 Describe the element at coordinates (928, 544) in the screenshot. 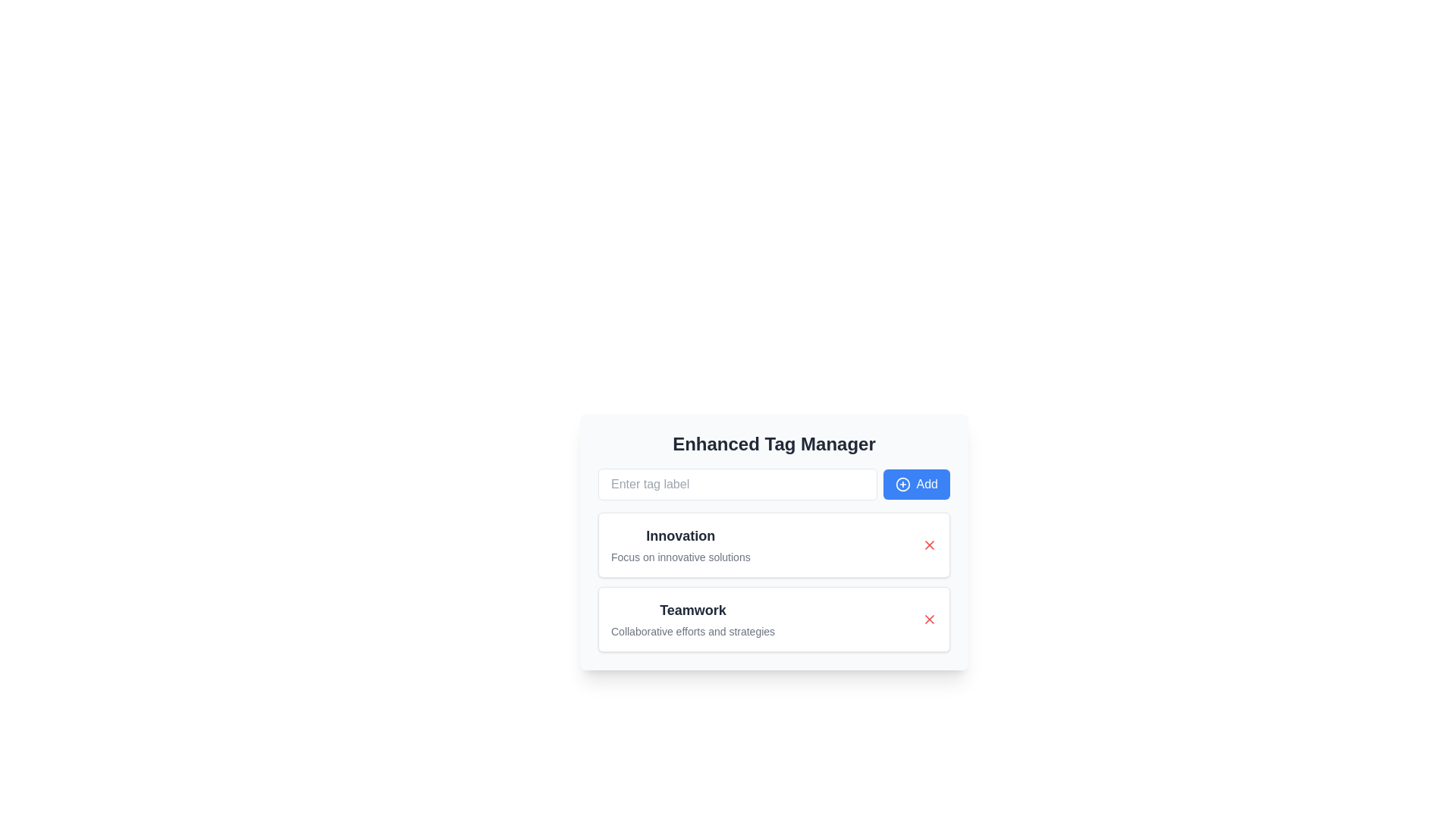

I see `the close/delete button icon associated with the 'Innovation' tag entry` at that location.